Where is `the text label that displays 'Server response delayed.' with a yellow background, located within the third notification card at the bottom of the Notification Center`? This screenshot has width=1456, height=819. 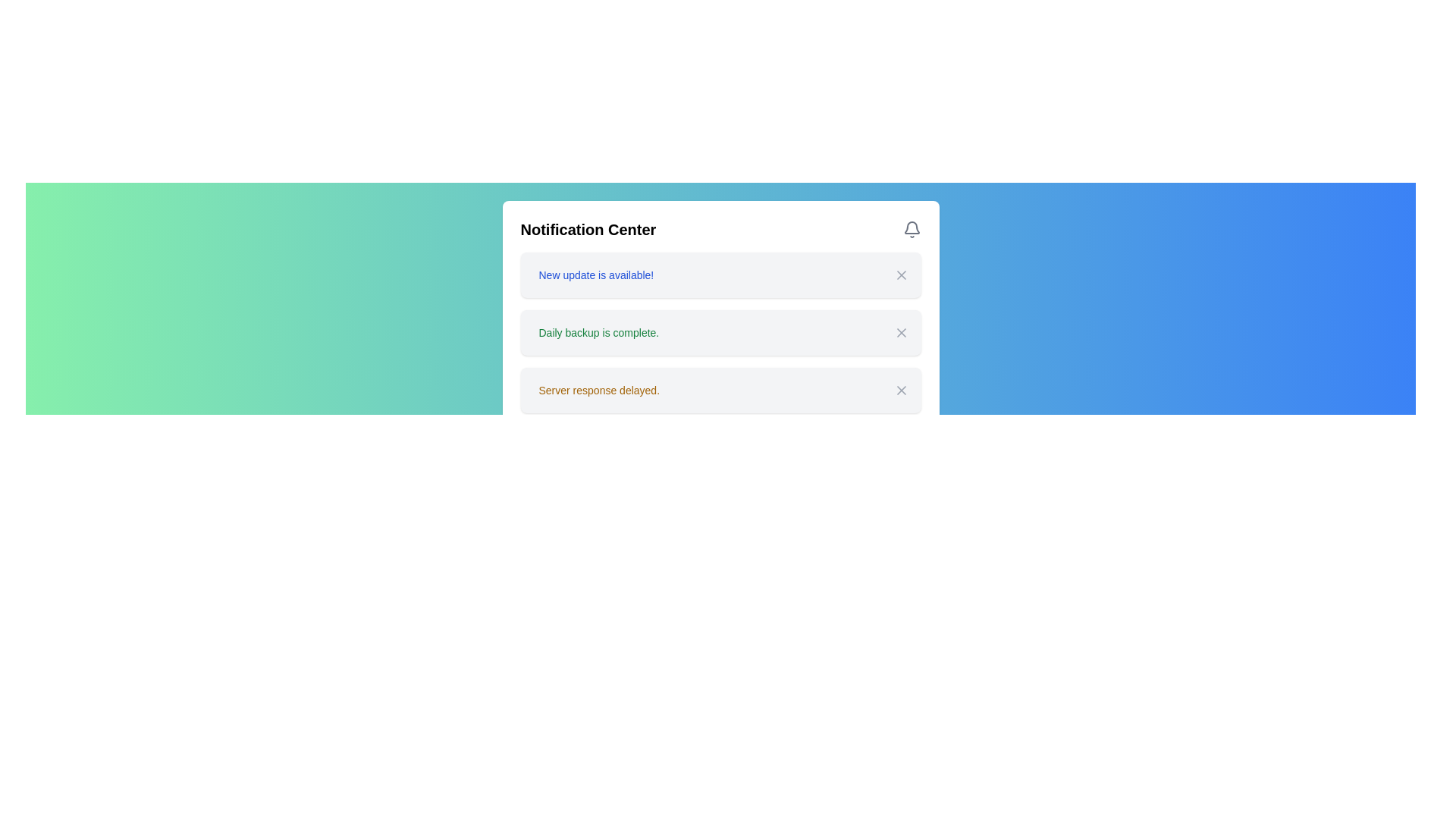 the text label that displays 'Server response delayed.' with a yellow background, located within the third notification card at the bottom of the Notification Center is located at coordinates (598, 390).